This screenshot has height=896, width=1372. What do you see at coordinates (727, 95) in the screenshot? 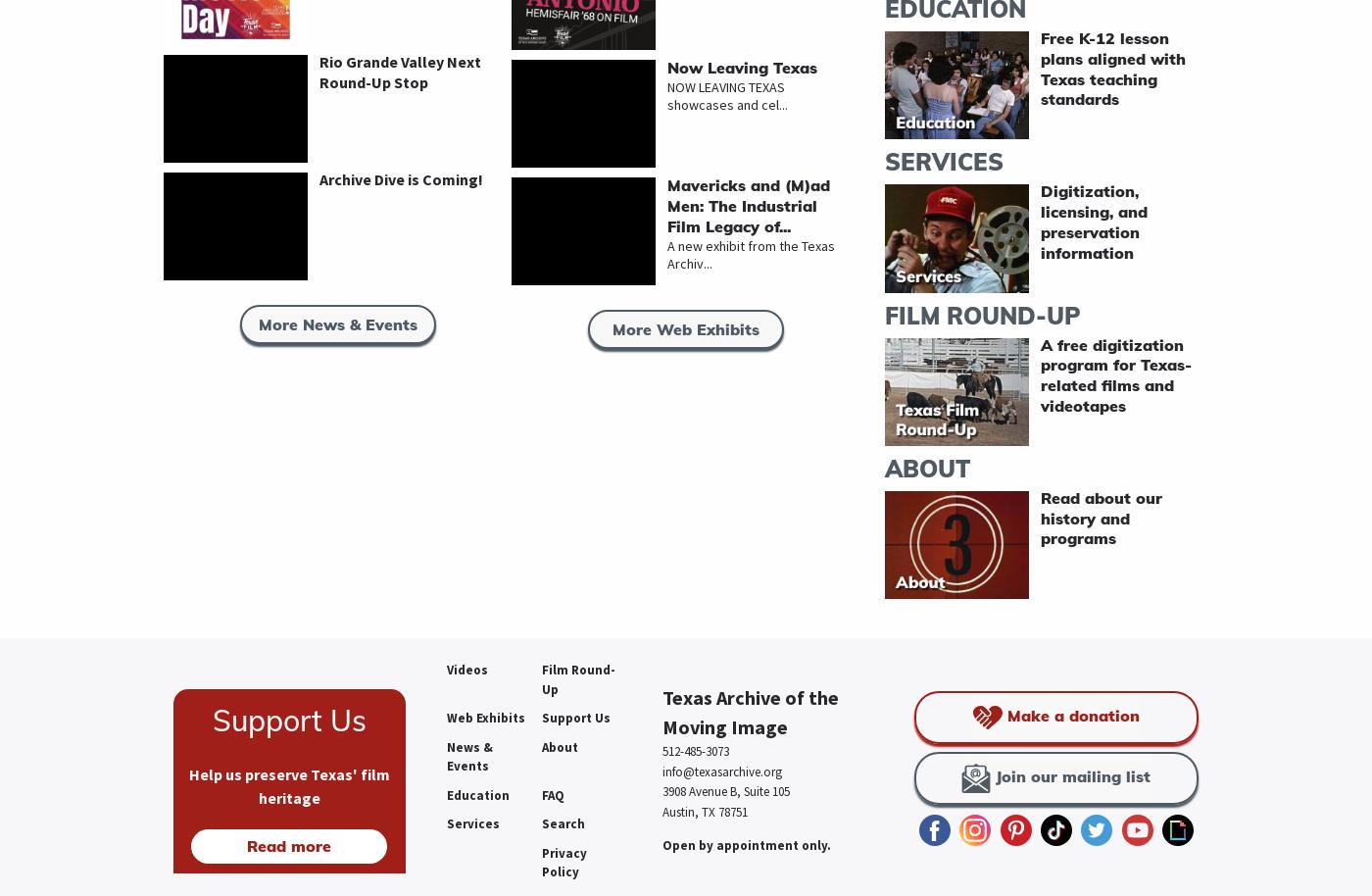
I see `'NOW LEAVING TEXAS showcases and cel...'` at bounding box center [727, 95].